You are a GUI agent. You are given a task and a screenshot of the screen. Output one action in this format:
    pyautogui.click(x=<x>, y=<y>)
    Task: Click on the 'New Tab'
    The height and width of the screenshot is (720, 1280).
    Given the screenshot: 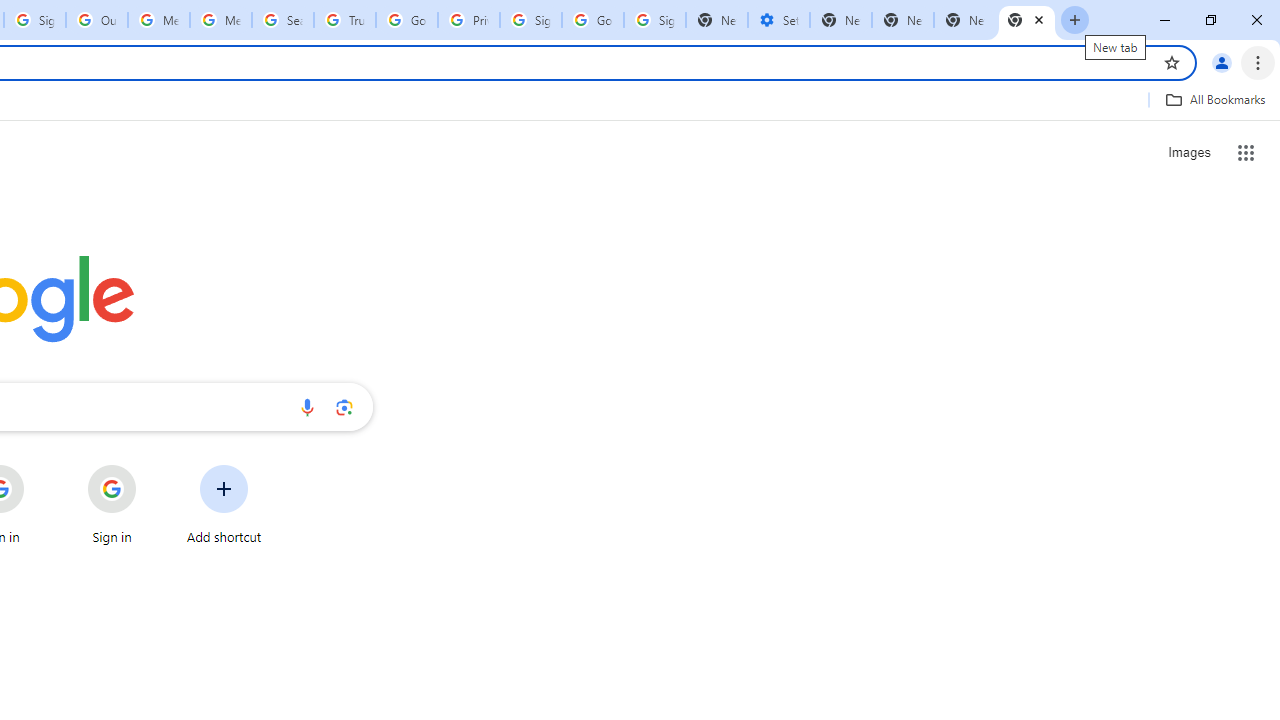 What is the action you would take?
    pyautogui.click(x=1027, y=20)
    